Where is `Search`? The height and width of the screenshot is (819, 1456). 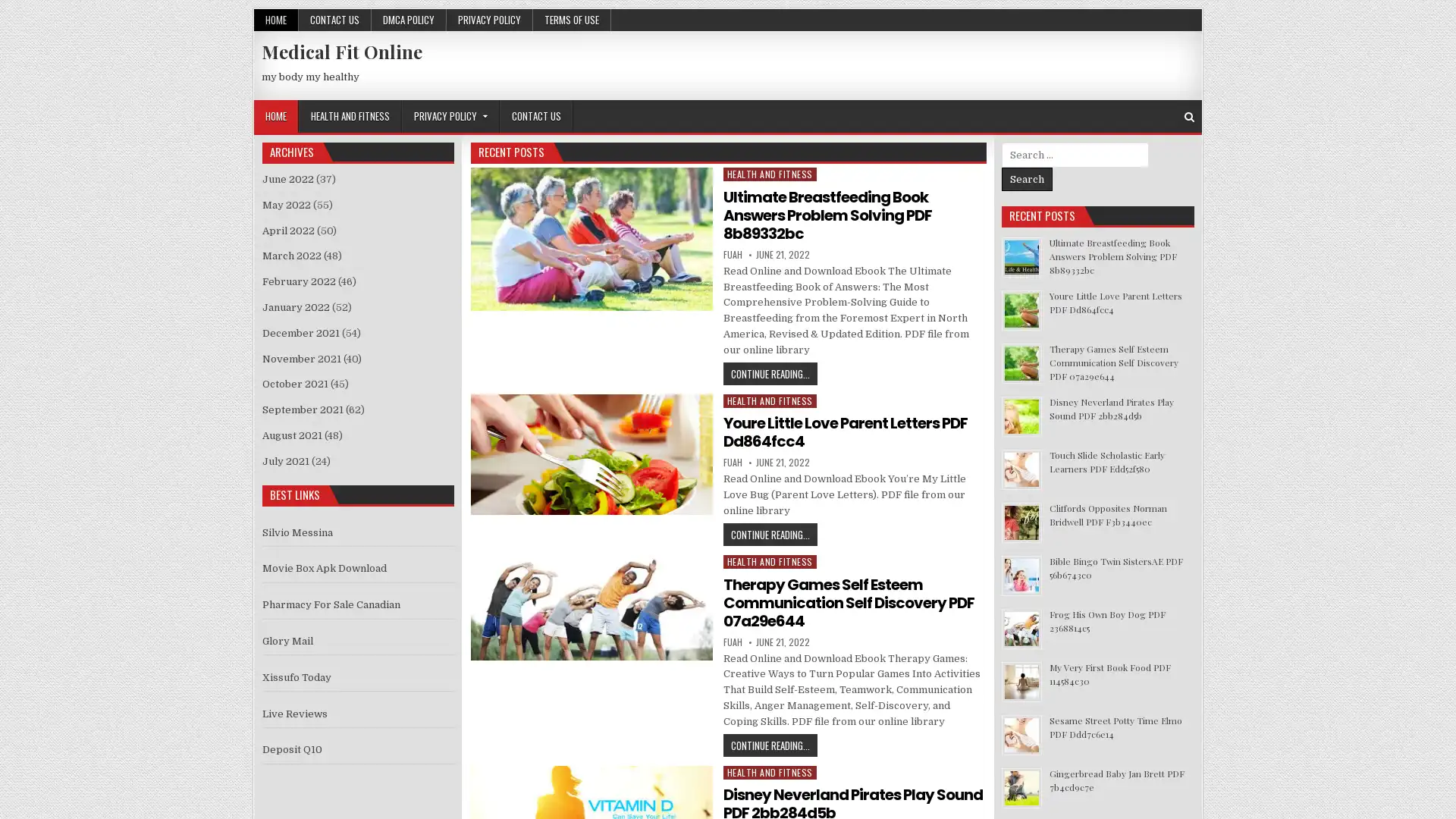 Search is located at coordinates (1027, 178).